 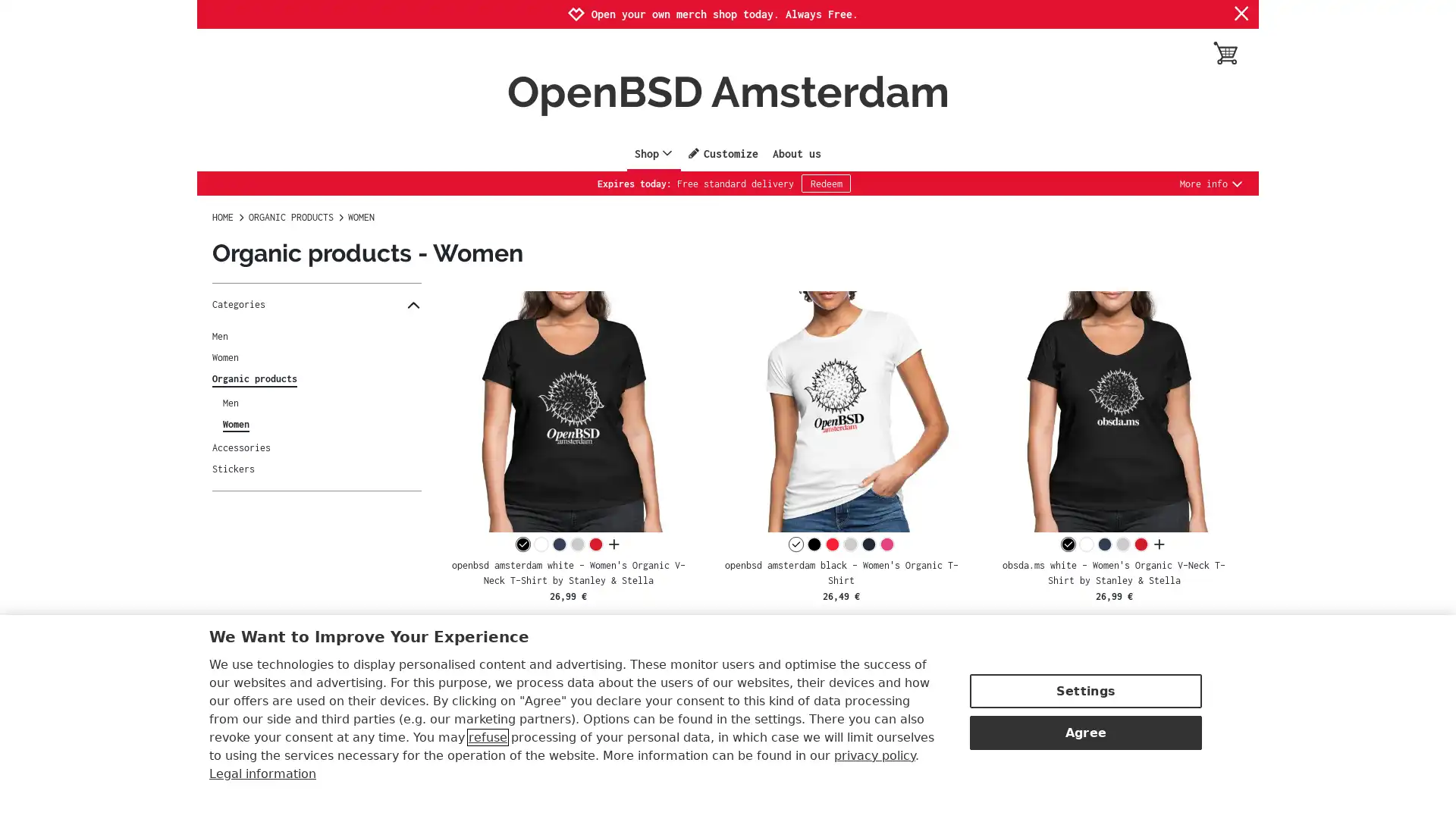 I want to click on red, so click(x=595, y=544).